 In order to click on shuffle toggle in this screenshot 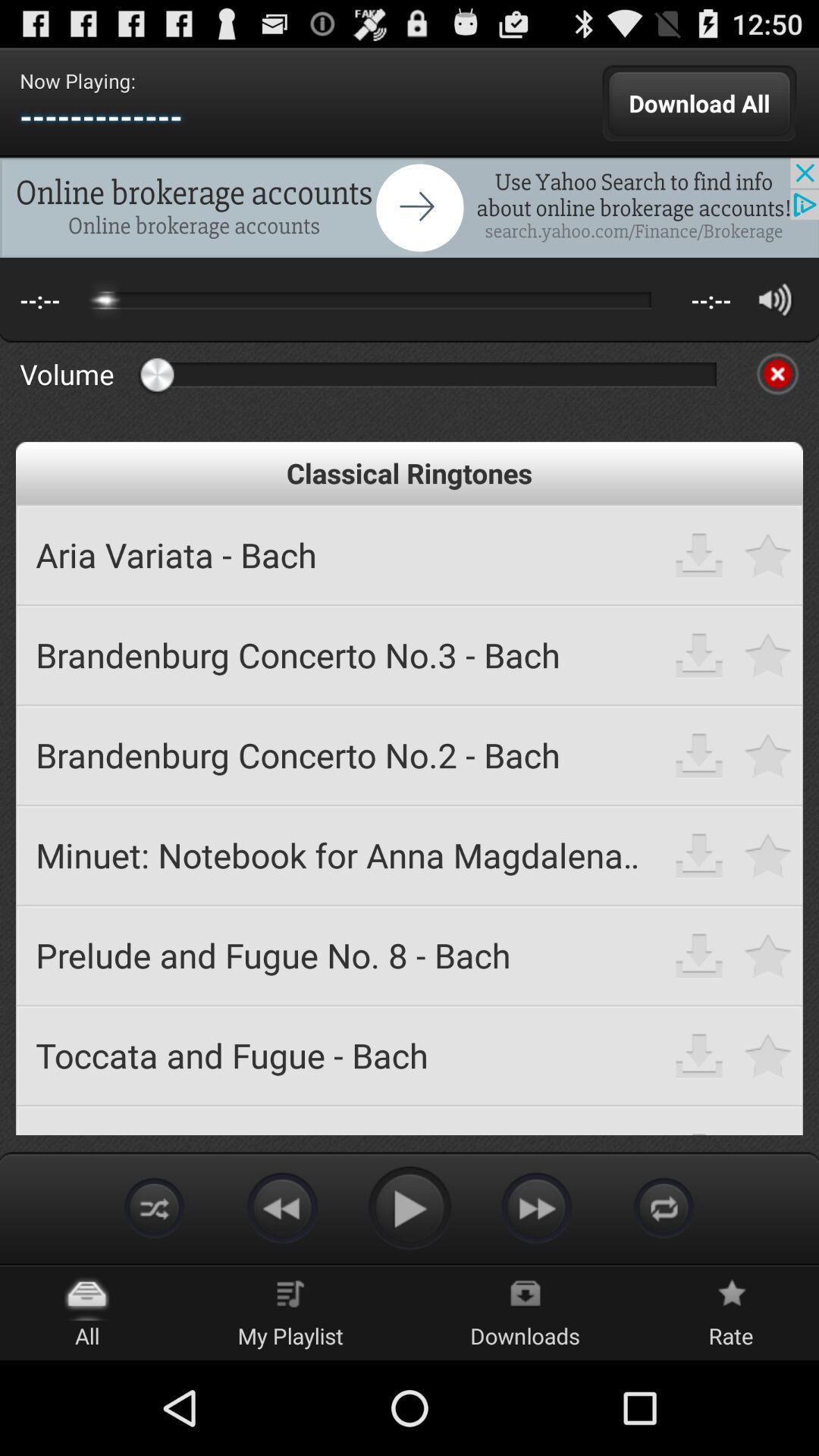, I will do `click(155, 1207)`.